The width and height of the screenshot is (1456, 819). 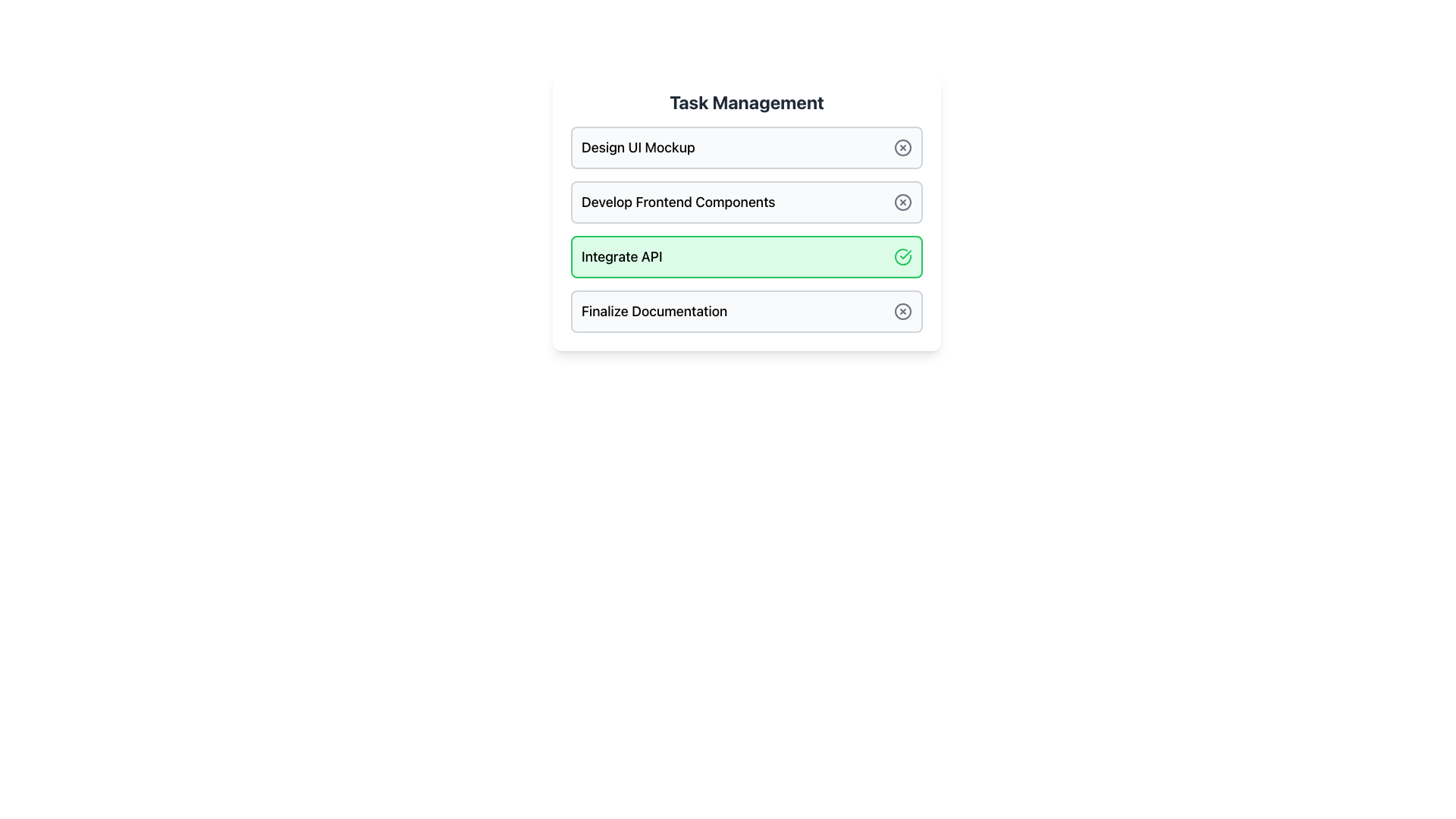 What do you see at coordinates (677, 201) in the screenshot?
I see `the Text Label displaying 'Develop Frontend Components', which is located in the second item of a vertically stacked list of task entries in a task management interface` at bounding box center [677, 201].